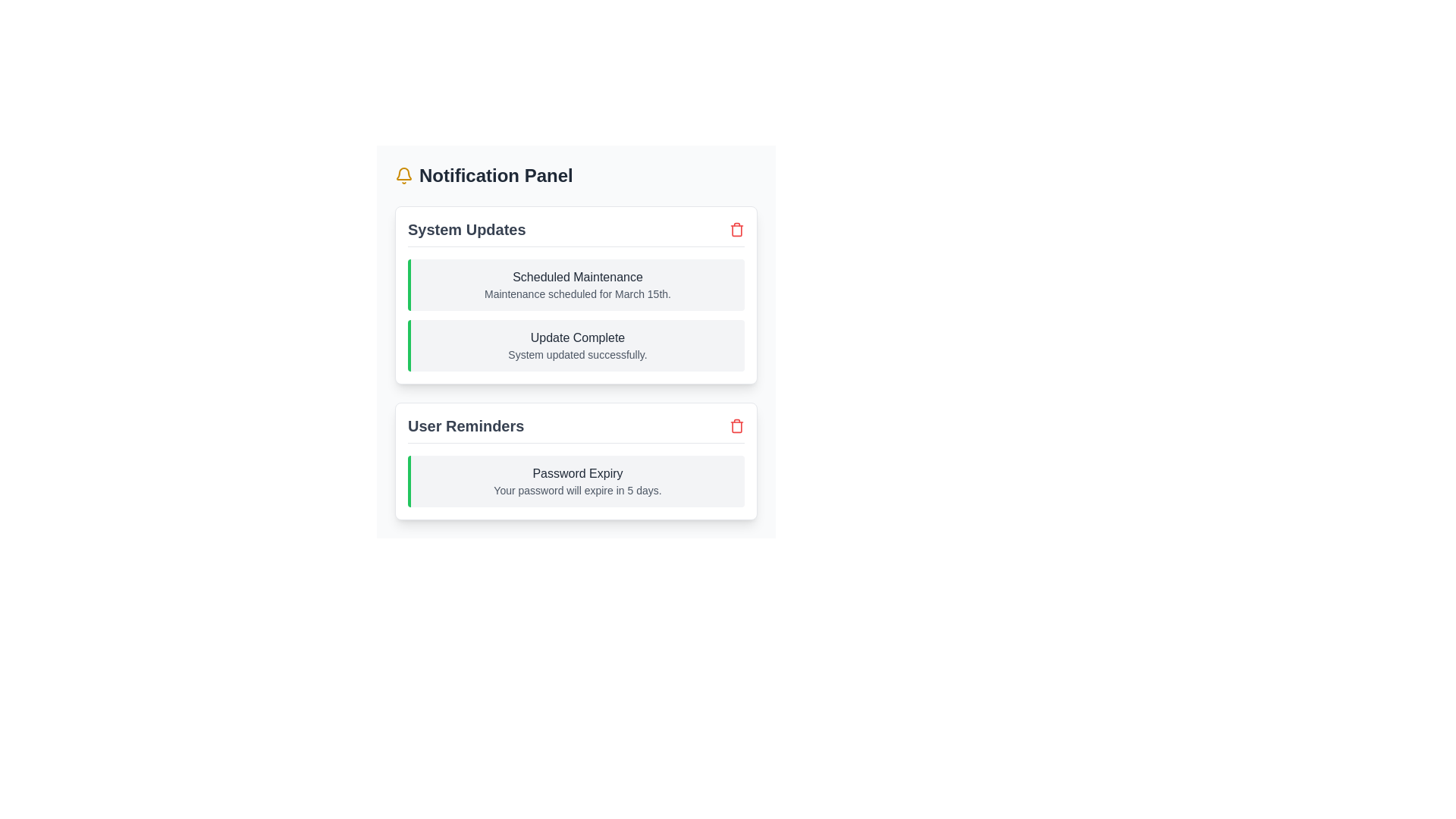  What do you see at coordinates (575, 278) in the screenshot?
I see `the notification text of Scheduled Maintenance` at bounding box center [575, 278].